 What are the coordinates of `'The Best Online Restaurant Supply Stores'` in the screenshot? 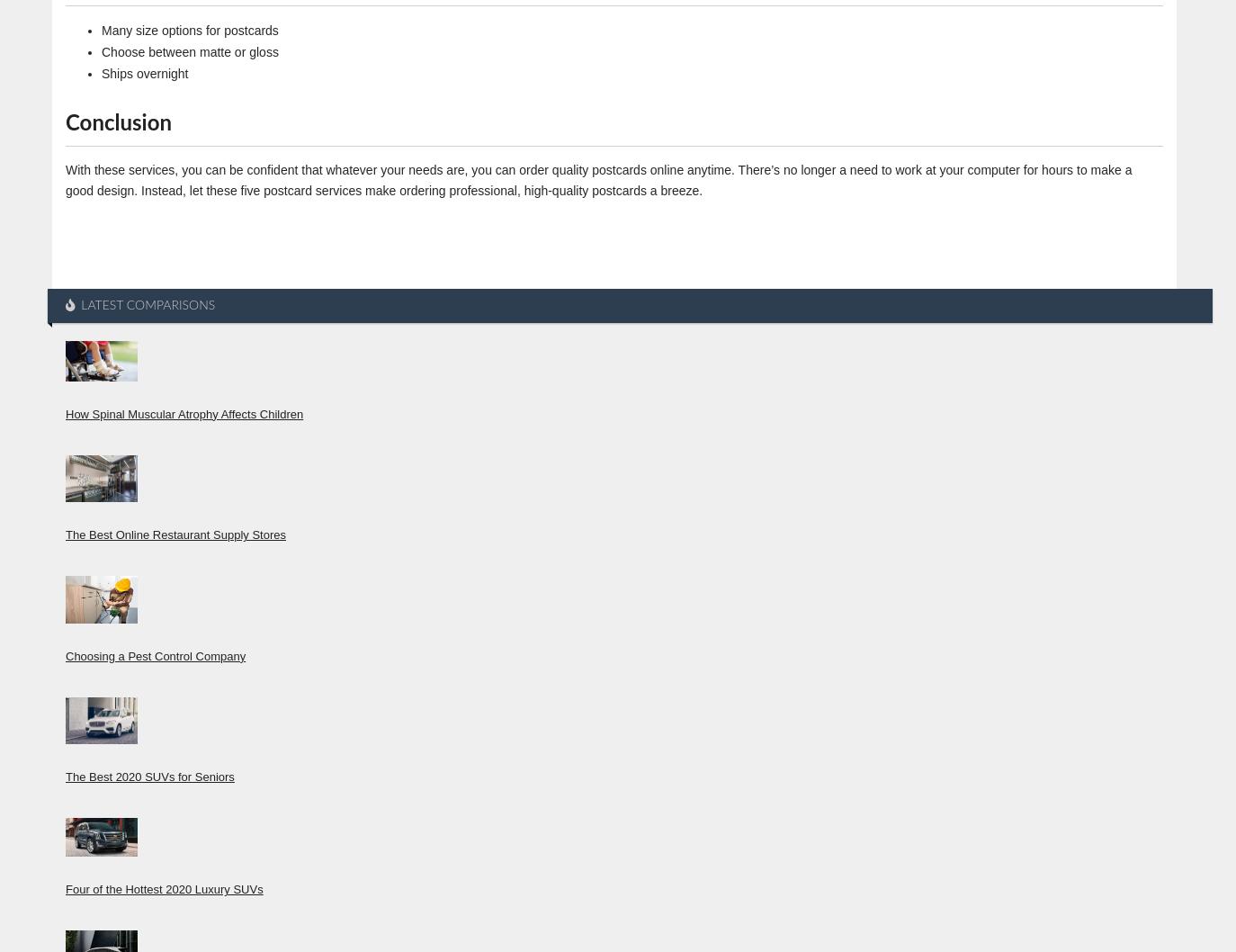 It's located at (64, 534).